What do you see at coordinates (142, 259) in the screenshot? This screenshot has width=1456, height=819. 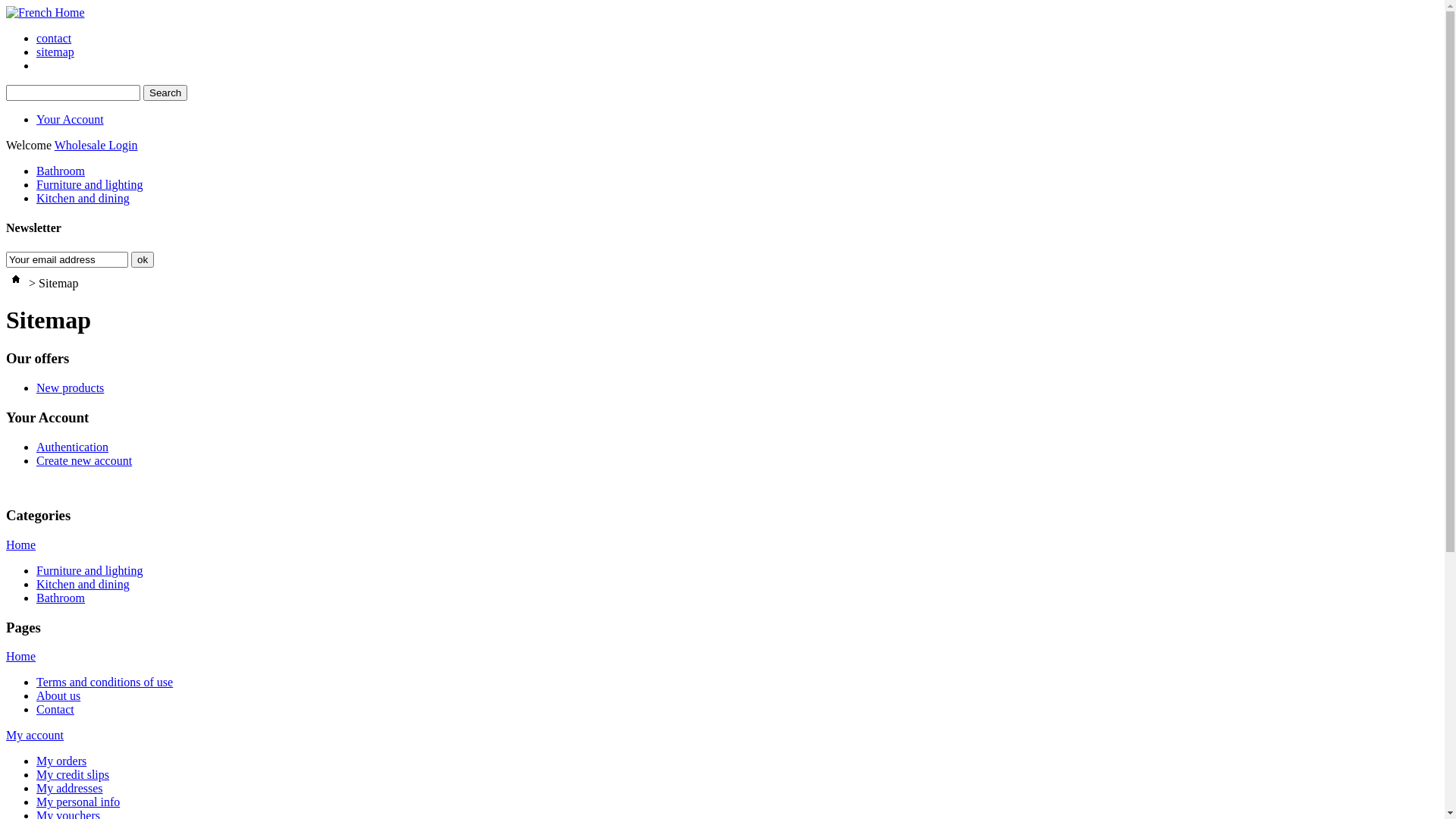 I see `'ok'` at bounding box center [142, 259].